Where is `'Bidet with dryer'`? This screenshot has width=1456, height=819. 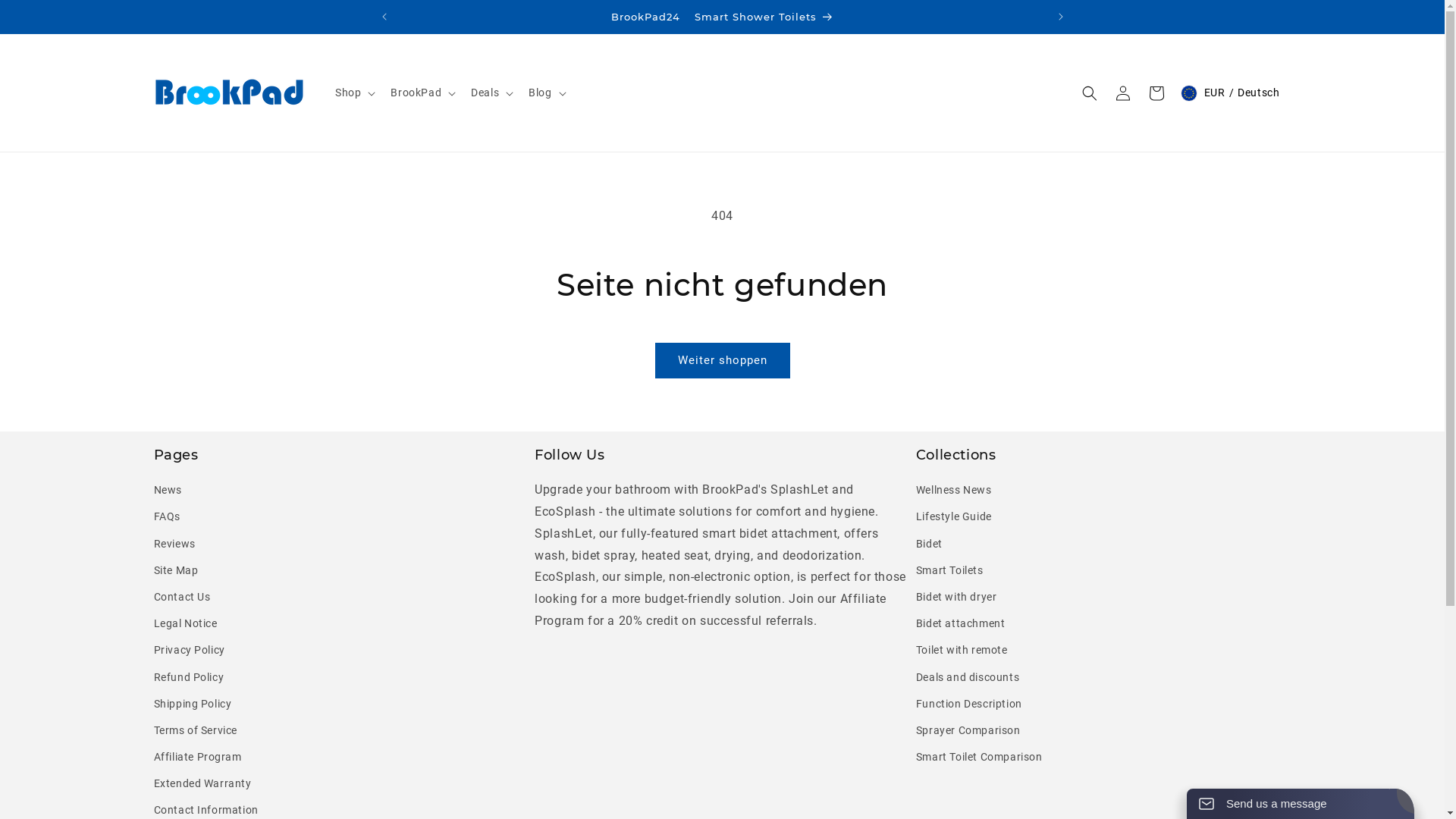
'Bidet with dryer' is located at coordinates (955, 596).